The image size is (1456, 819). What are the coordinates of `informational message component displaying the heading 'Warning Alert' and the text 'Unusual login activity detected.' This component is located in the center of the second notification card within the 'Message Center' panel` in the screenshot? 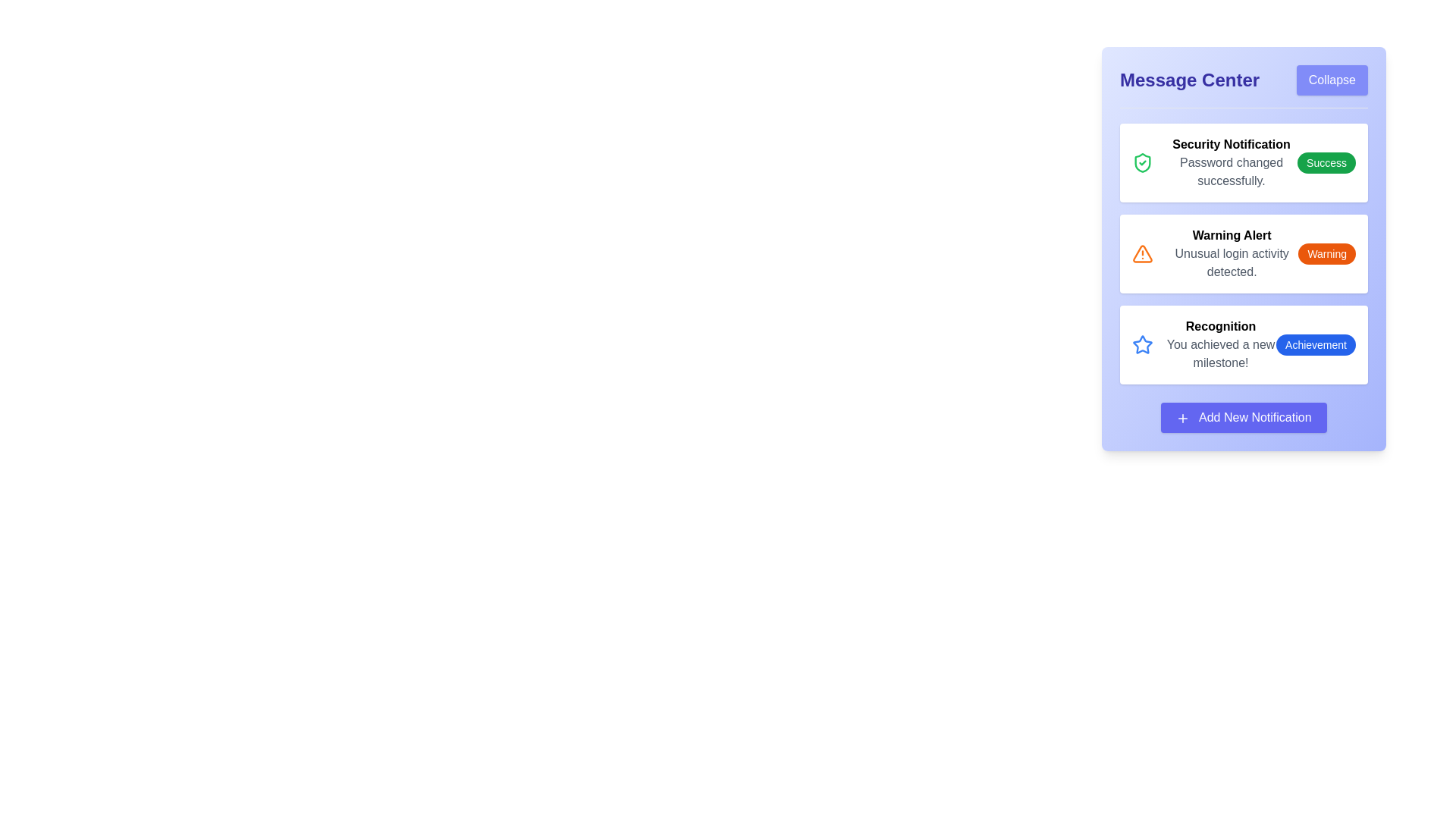 It's located at (1232, 253).